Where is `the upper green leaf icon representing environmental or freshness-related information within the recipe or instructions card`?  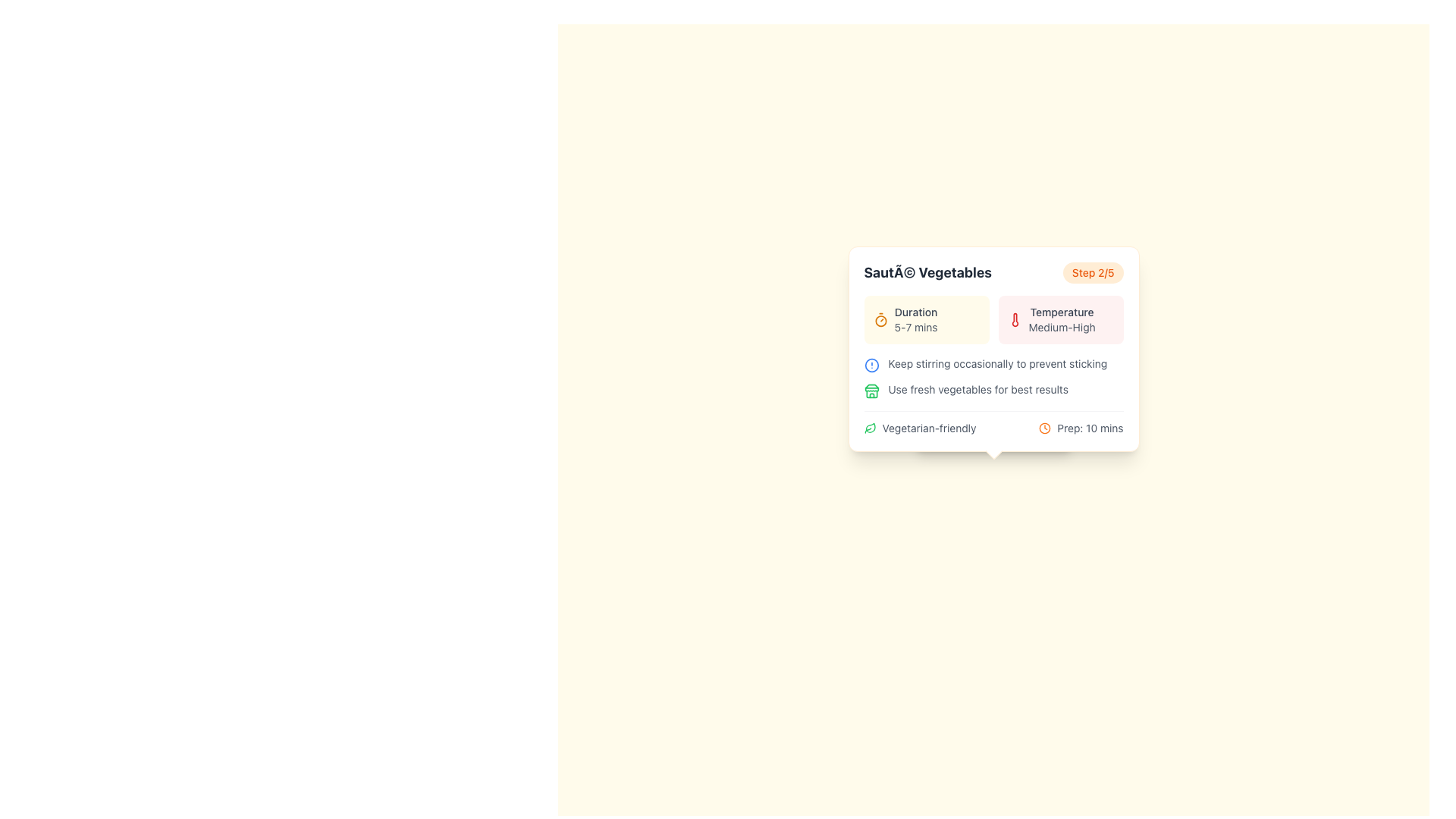 the upper green leaf icon representing environmental or freshness-related information within the recipe or instructions card is located at coordinates (870, 428).